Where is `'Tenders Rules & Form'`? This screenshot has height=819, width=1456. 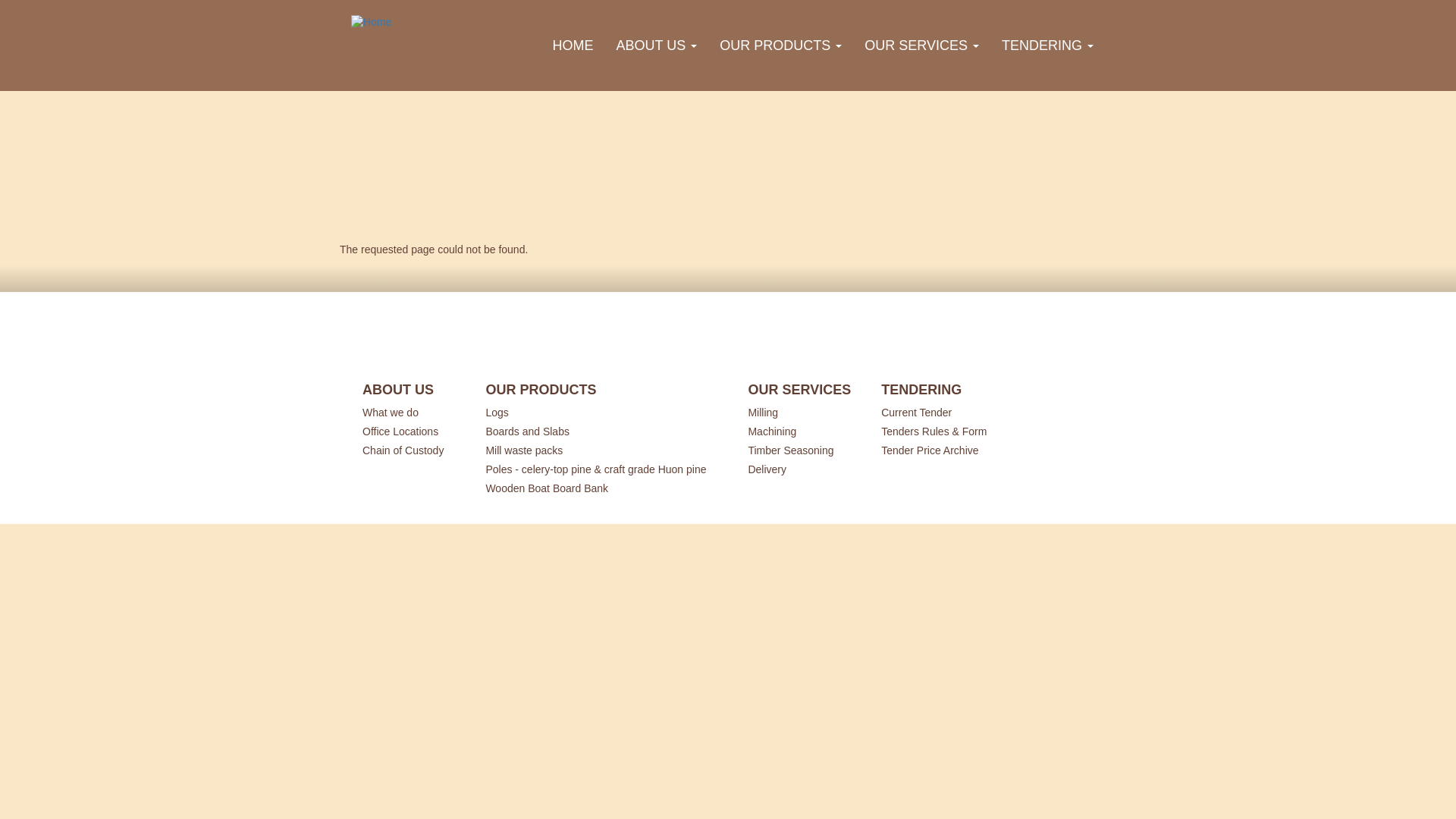 'Tenders Rules & Form' is located at coordinates (880, 430).